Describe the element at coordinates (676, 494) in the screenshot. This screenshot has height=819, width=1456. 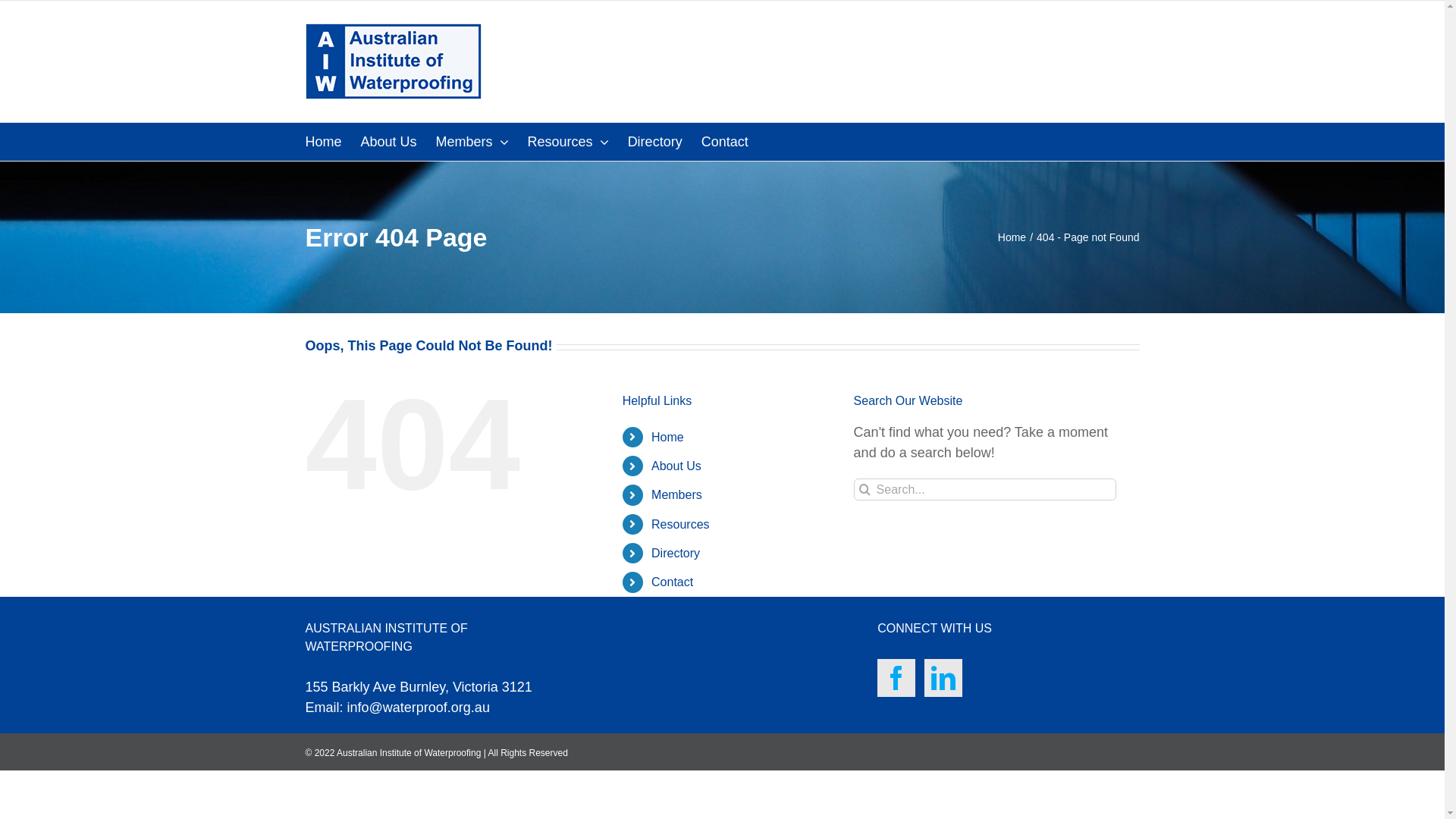
I see `'Members'` at that location.